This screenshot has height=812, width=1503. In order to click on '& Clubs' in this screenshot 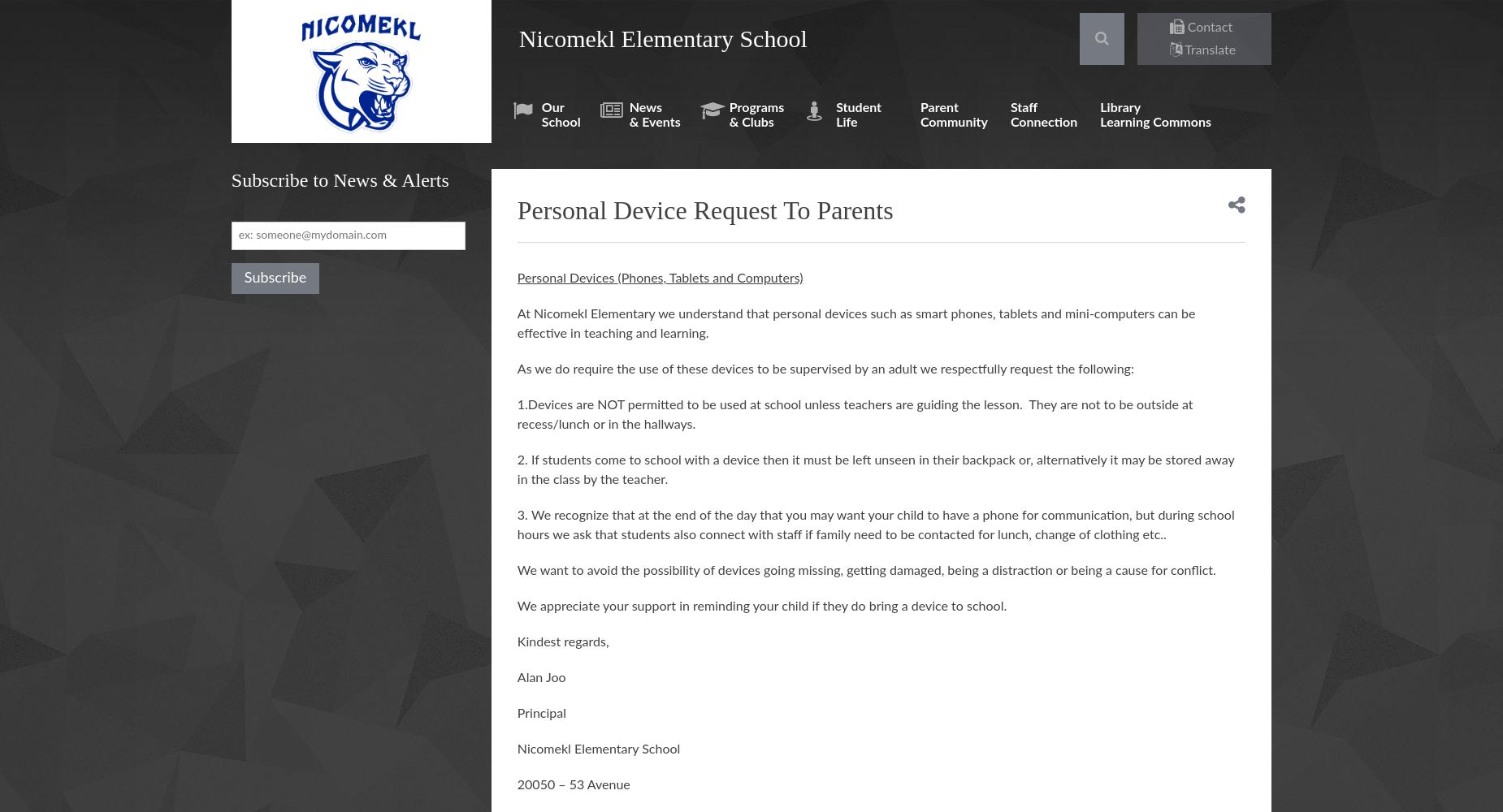, I will do `click(751, 123)`.